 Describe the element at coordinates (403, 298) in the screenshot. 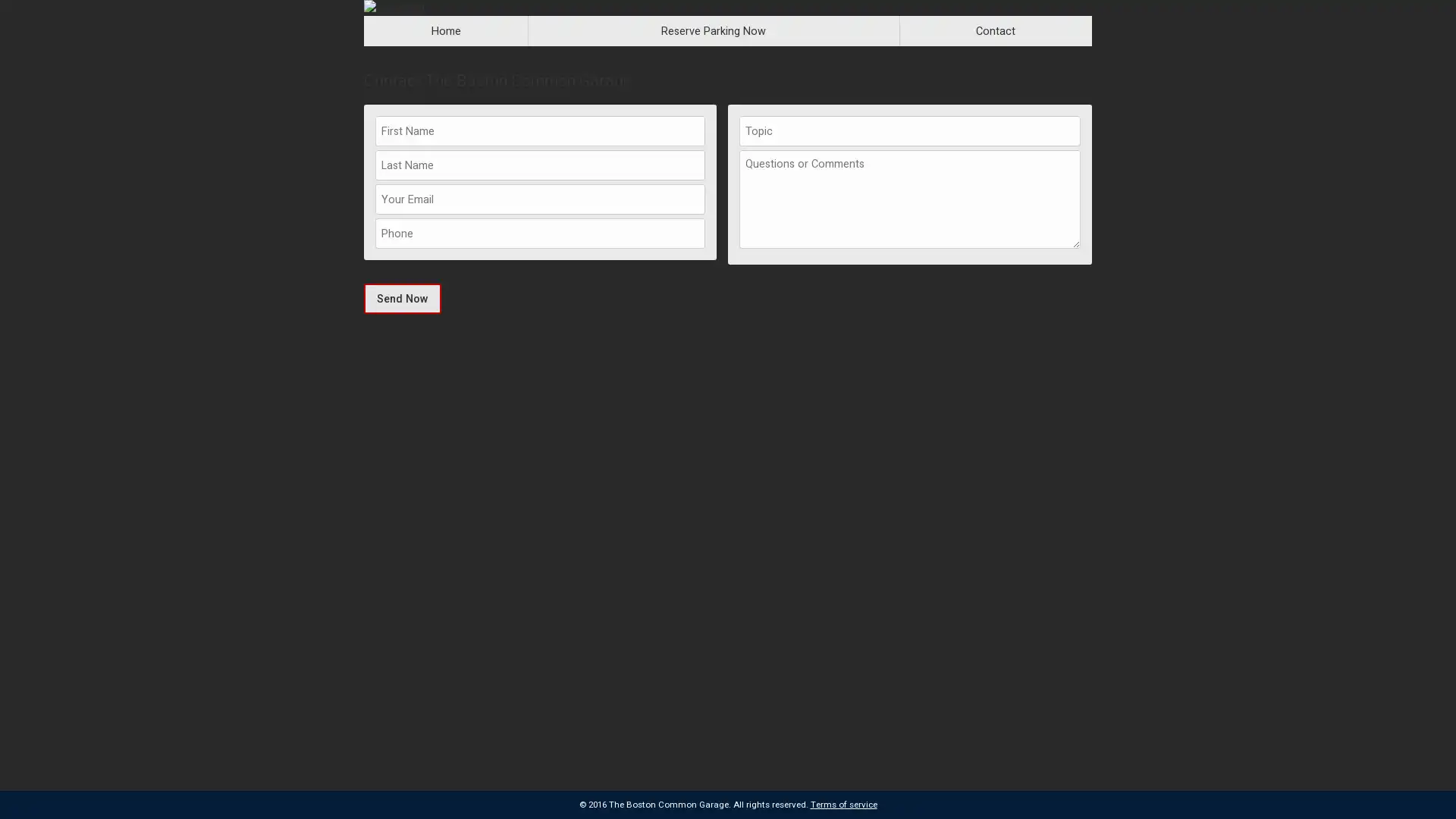

I see `Send Now` at that location.